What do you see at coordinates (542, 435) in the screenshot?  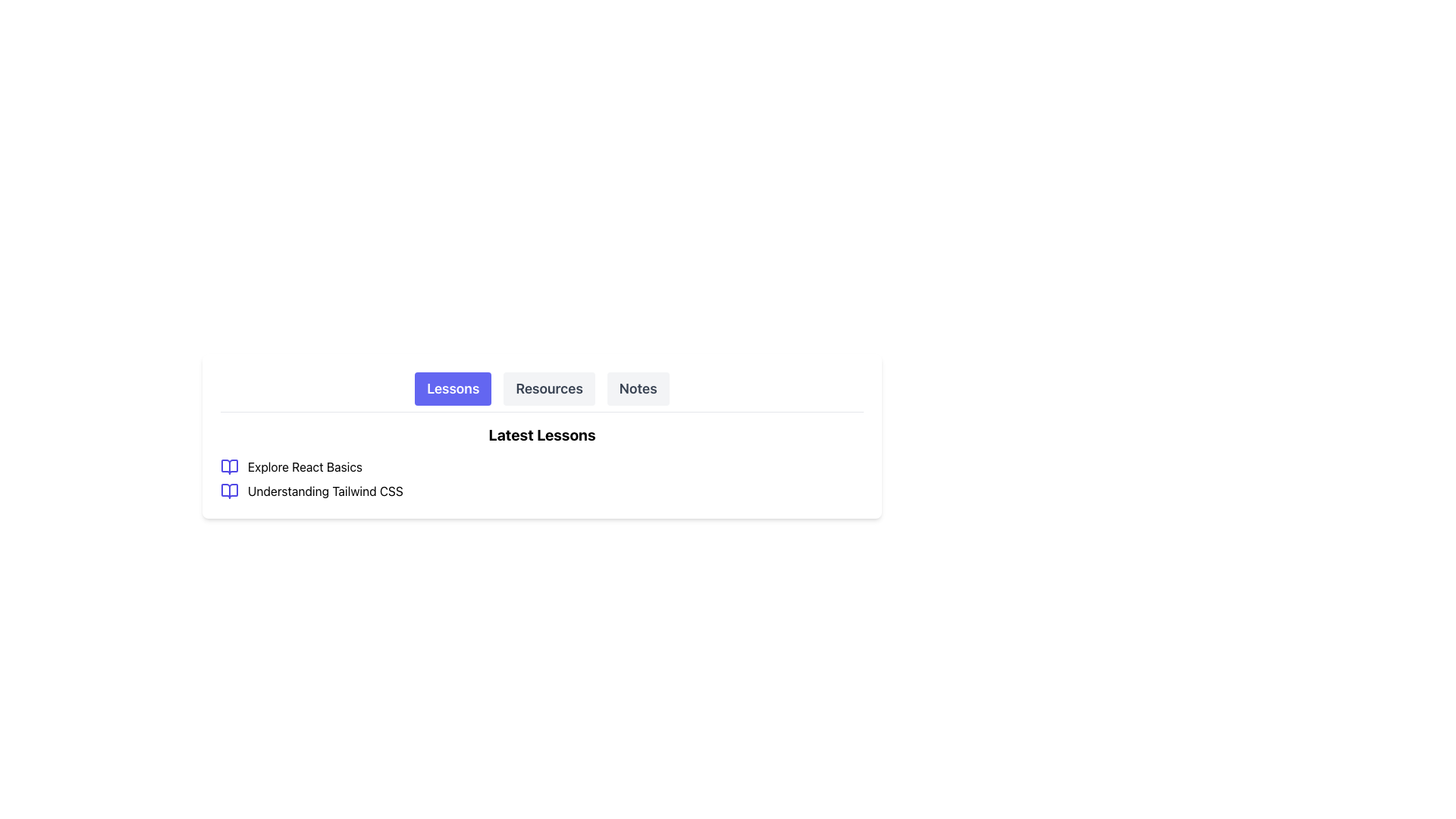 I see `the bold text string displaying 'Latest Lessons', which serves as a heading for the lesson listings` at bounding box center [542, 435].